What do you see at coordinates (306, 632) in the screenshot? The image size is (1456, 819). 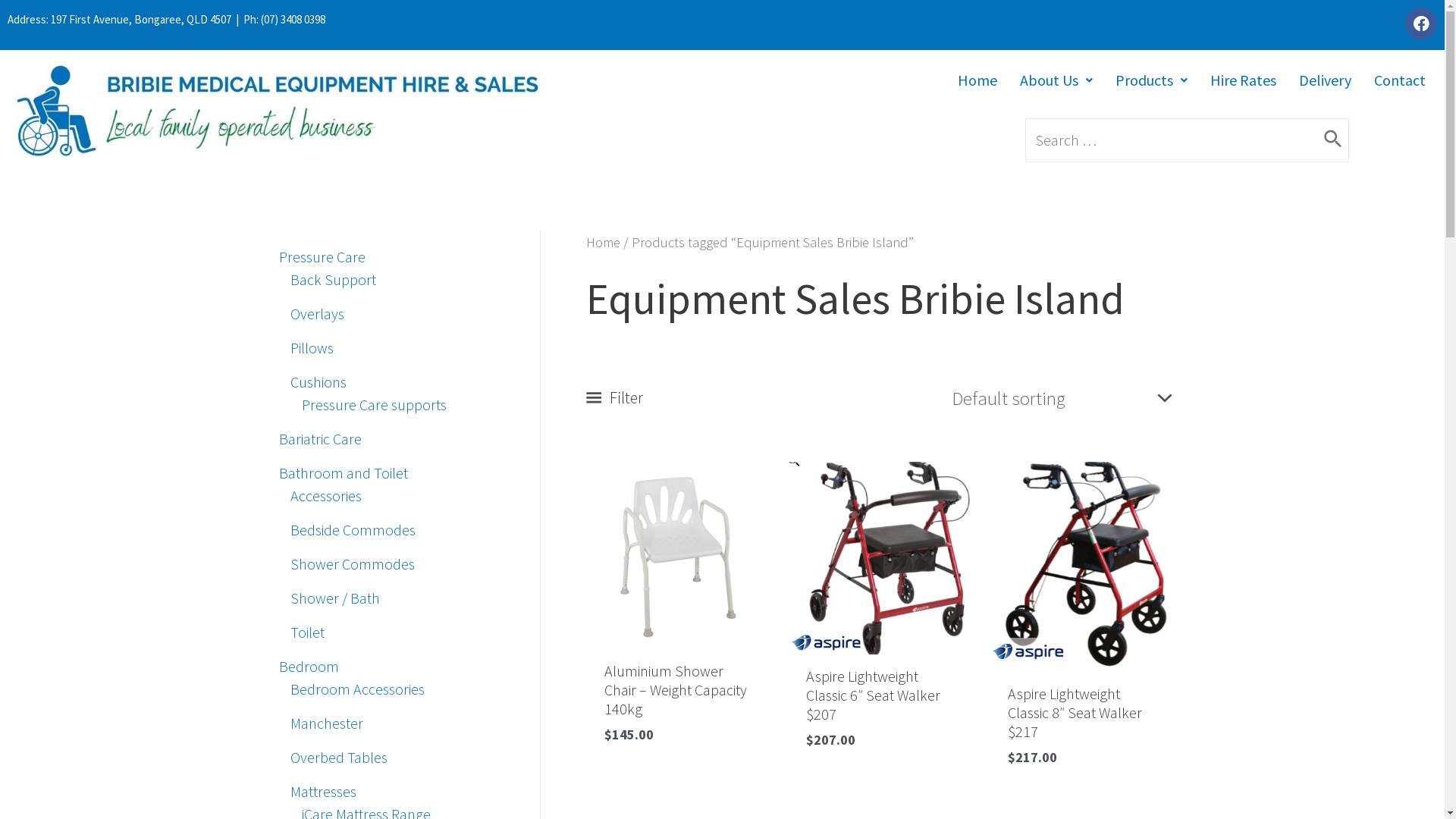 I see `'Toilet'` at bounding box center [306, 632].